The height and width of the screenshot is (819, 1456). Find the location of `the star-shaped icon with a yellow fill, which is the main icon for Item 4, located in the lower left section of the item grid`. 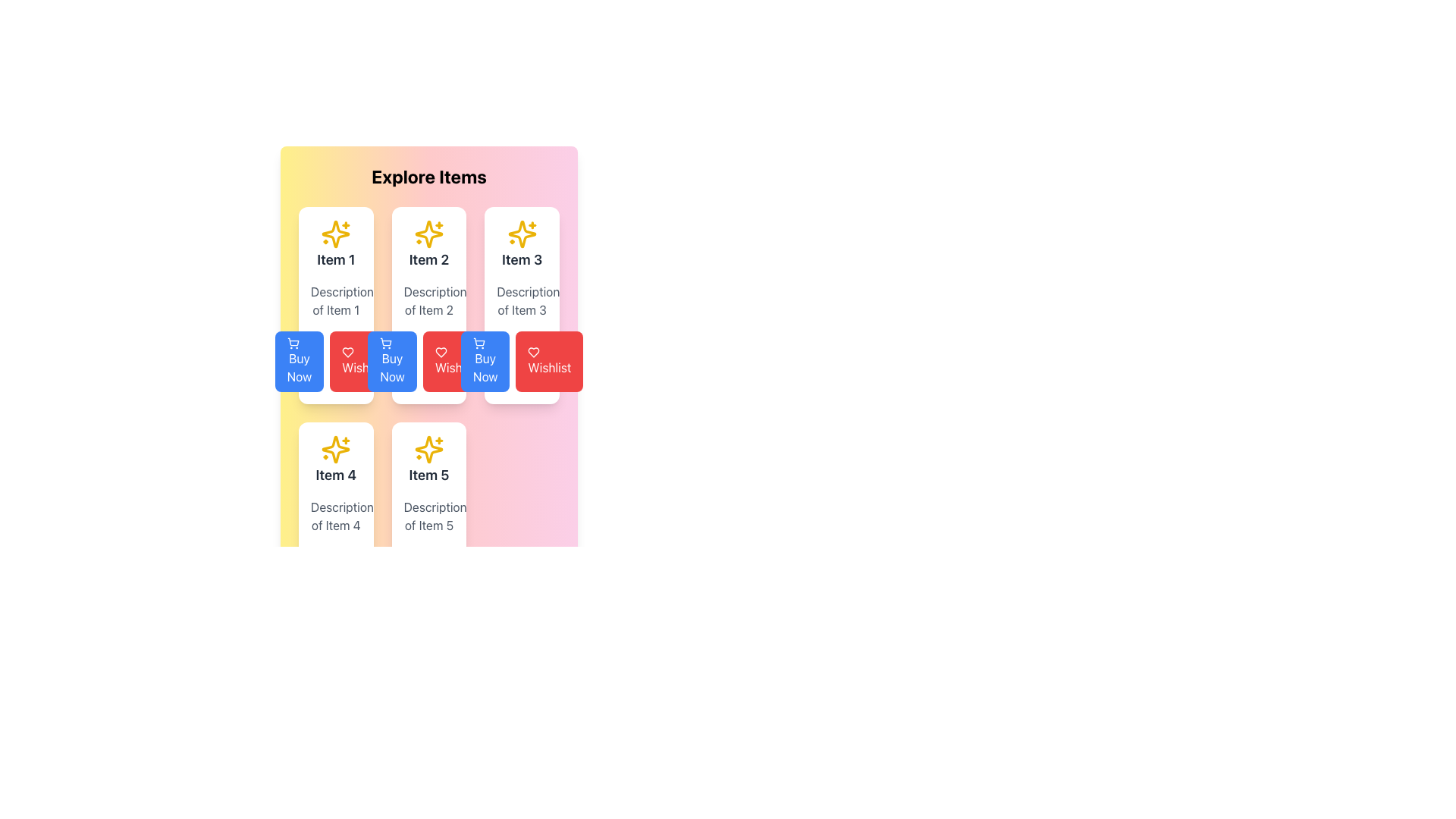

the star-shaped icon with a yellow fill, which is the main icon for Item 4, located in the lower left section of the item grid is located at coordinates (335, 449).